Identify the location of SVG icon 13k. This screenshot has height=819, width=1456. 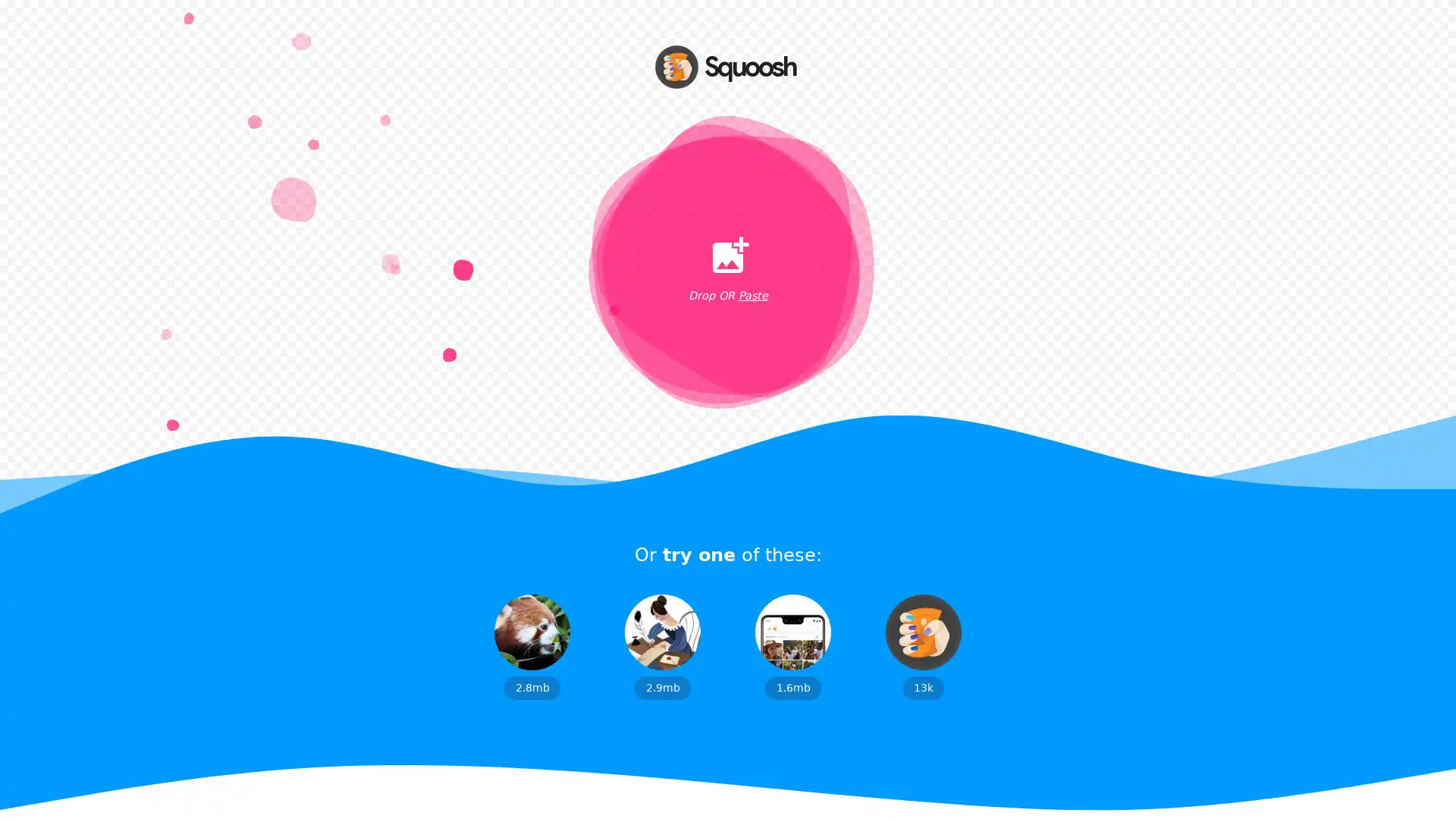
(923, 646).